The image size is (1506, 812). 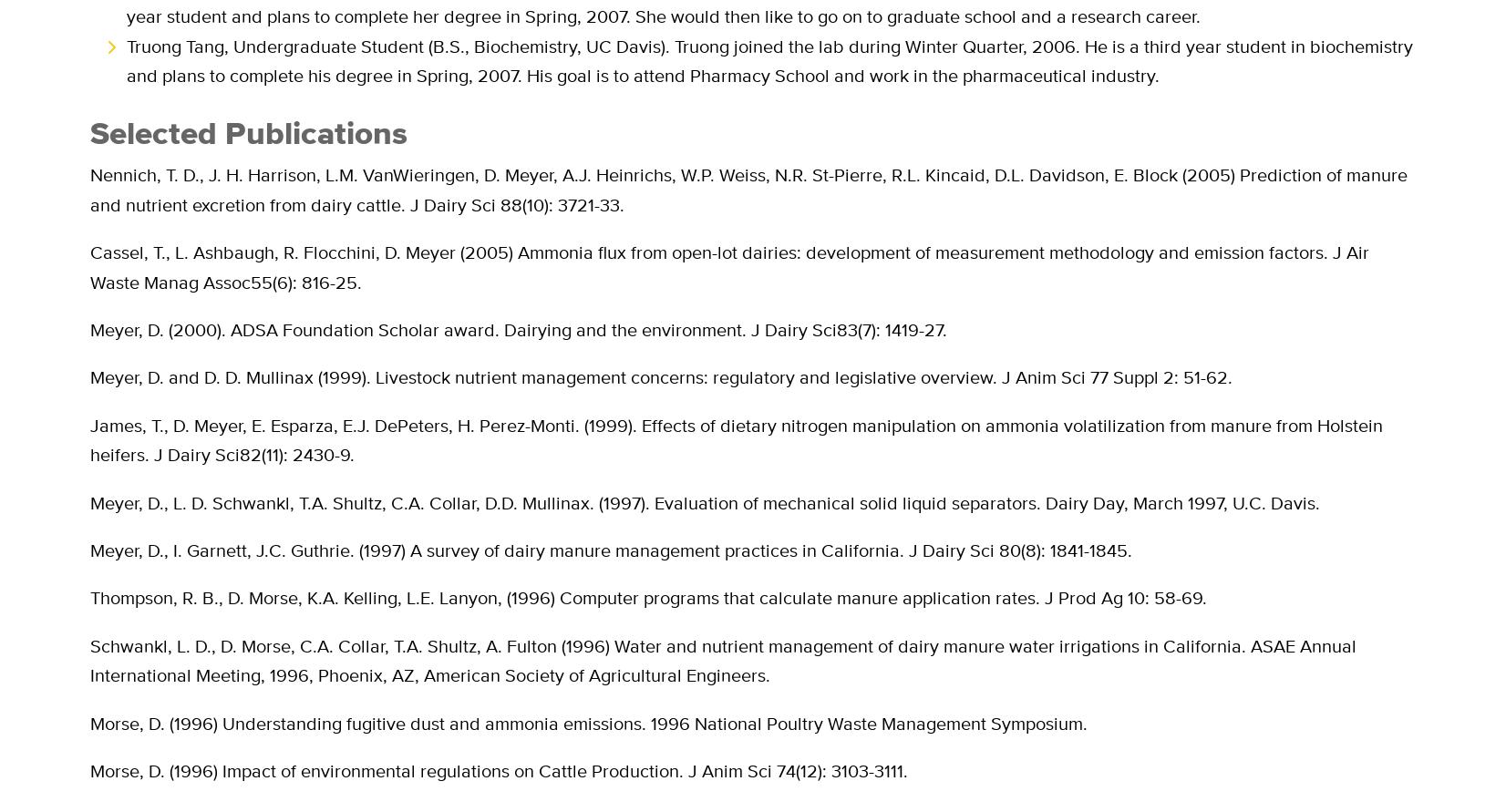 I want to click on 'Nennich, T. D., J. H. Harrison, L.M. VanWieringen, D. Meyer, A.J. Heinrichs, W.P. Weiss, N.R. St-Pierre, R.L. Kincaid, D.L. Davidson, E. Block (2005) Prediction of manure and nutrient excretion from dairy cattle. J Dairy Sci 88(10): 3721-33.', so click(x=748, y=189).